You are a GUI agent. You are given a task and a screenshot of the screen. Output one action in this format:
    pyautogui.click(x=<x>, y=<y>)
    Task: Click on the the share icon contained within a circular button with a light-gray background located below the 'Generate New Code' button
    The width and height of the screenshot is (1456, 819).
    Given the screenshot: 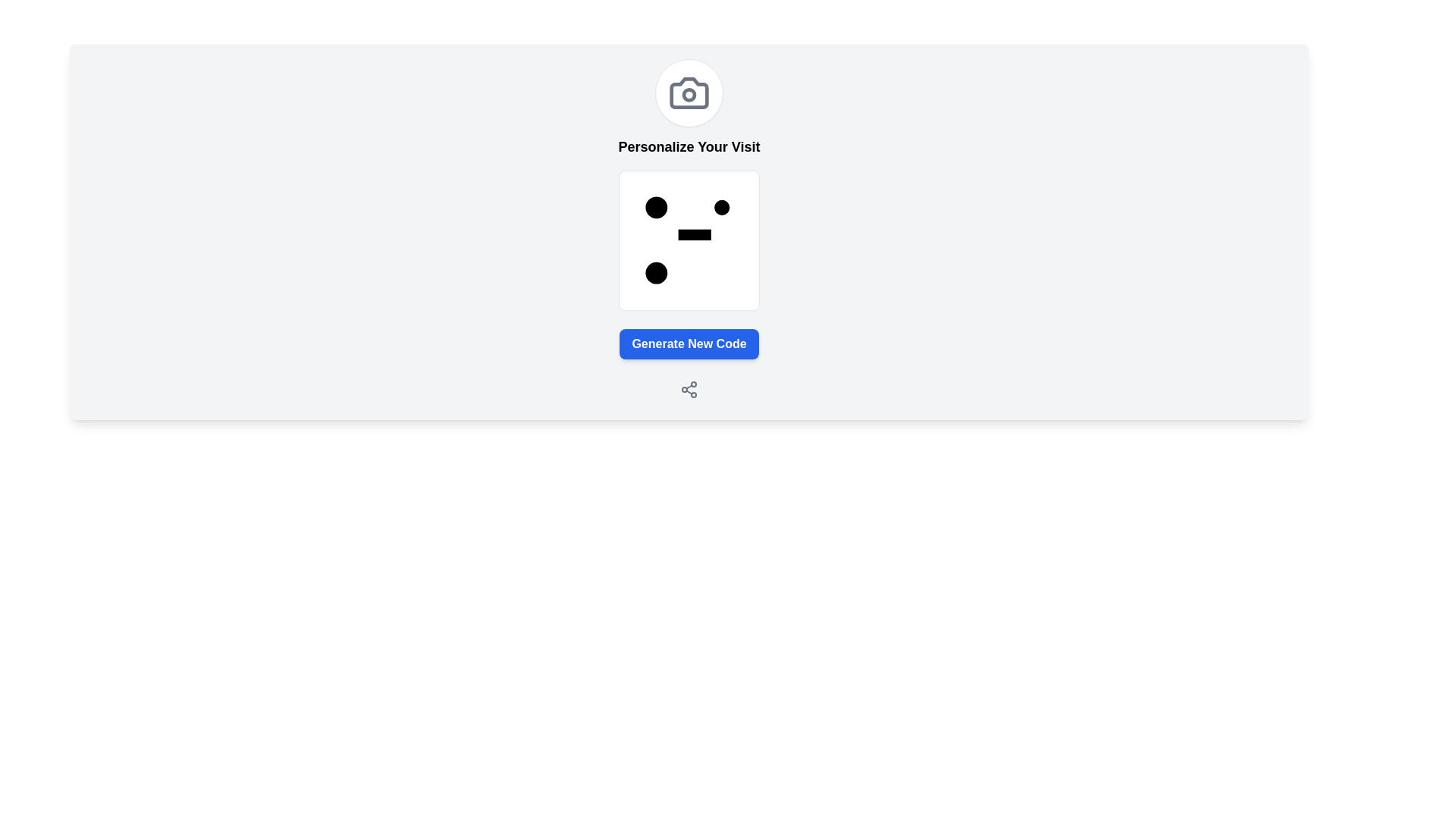 What is the action you would take?
    pyautogui.click(x=688, y=388)
    